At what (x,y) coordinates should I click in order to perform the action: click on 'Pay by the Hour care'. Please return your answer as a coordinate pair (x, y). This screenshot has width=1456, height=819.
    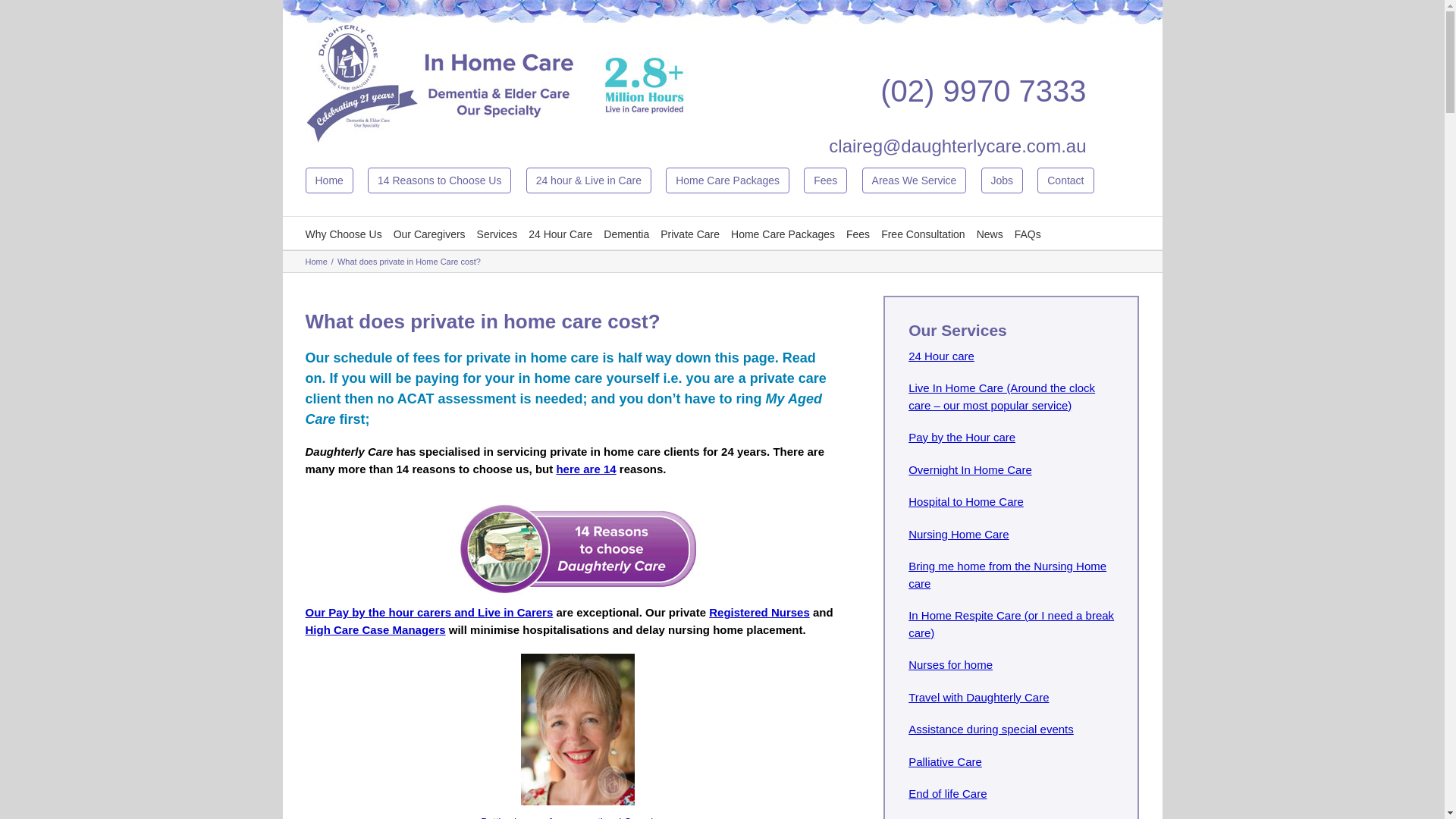
    Looking at the image, I should click on (961, 437).